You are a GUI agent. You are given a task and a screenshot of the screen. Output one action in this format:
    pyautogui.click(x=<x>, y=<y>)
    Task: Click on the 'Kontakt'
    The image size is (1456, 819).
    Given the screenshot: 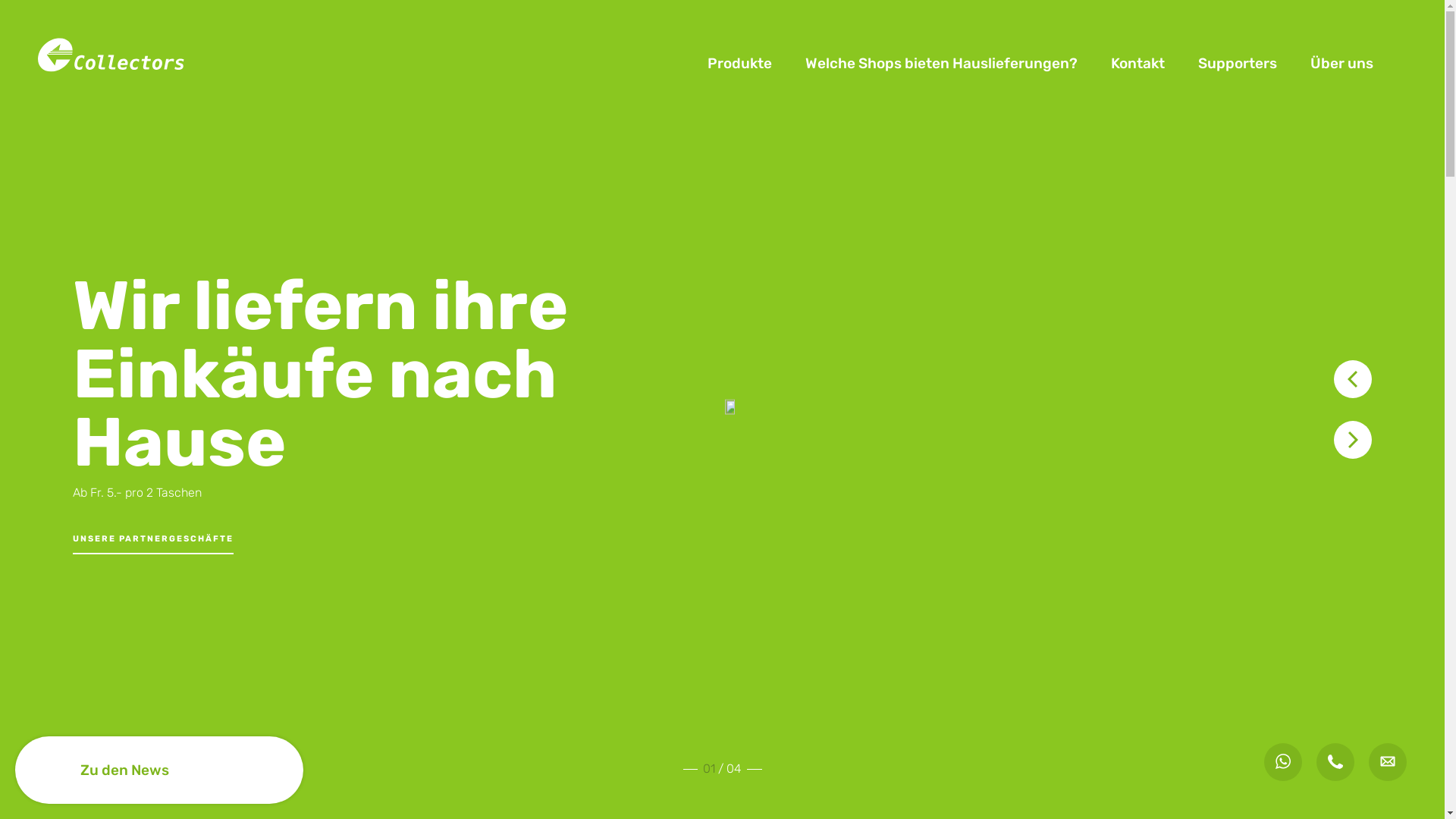 What is the action you would take?
    pyautogui.click(x=1137, y=63)
    